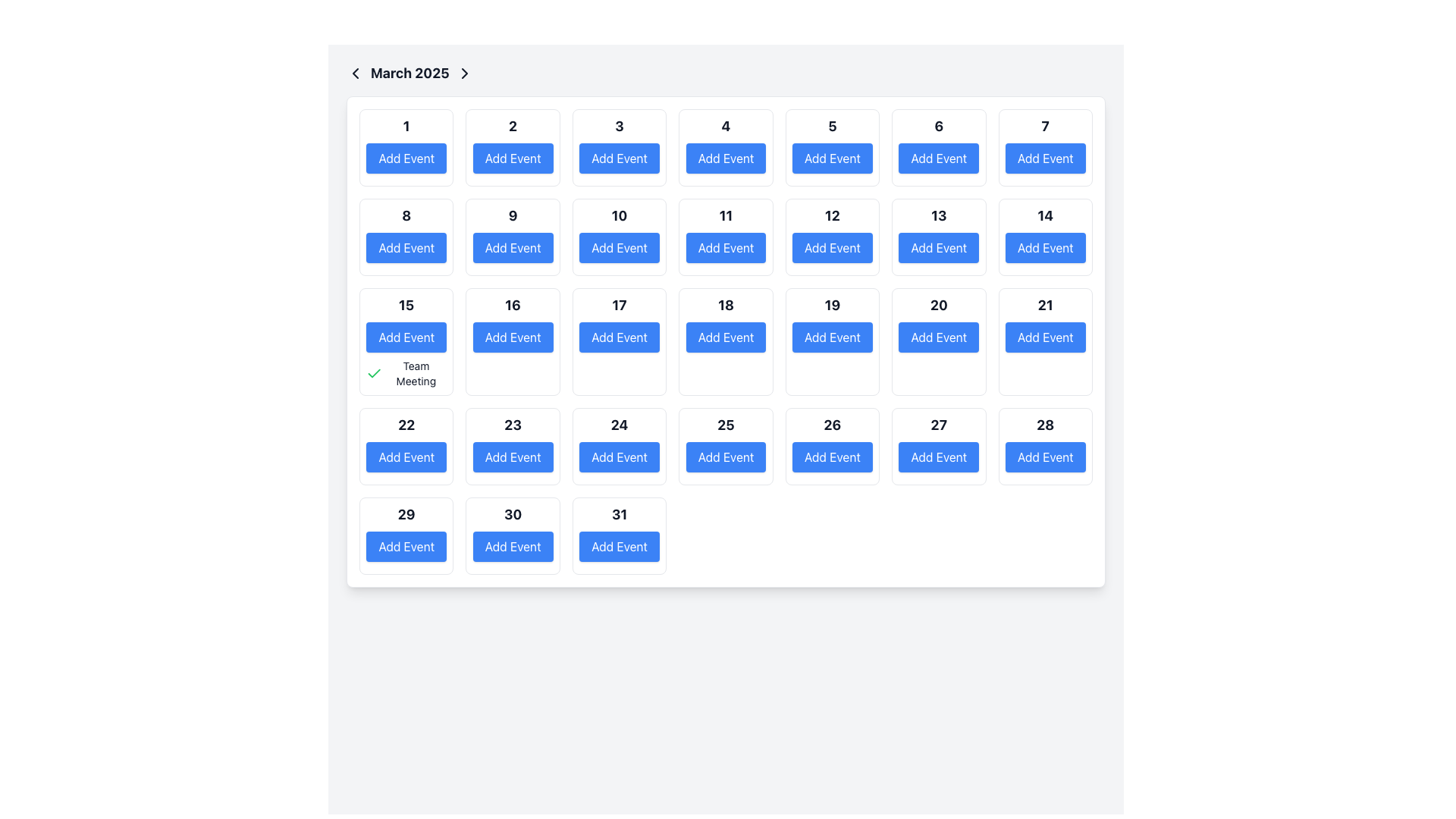 This screenshot has height=819, width=1456. Describe the element at coordinates (725, 216) in the screenshot. I see `the static text element displaying the number '11' in the second row and fifth column of the calendar view` at that location.